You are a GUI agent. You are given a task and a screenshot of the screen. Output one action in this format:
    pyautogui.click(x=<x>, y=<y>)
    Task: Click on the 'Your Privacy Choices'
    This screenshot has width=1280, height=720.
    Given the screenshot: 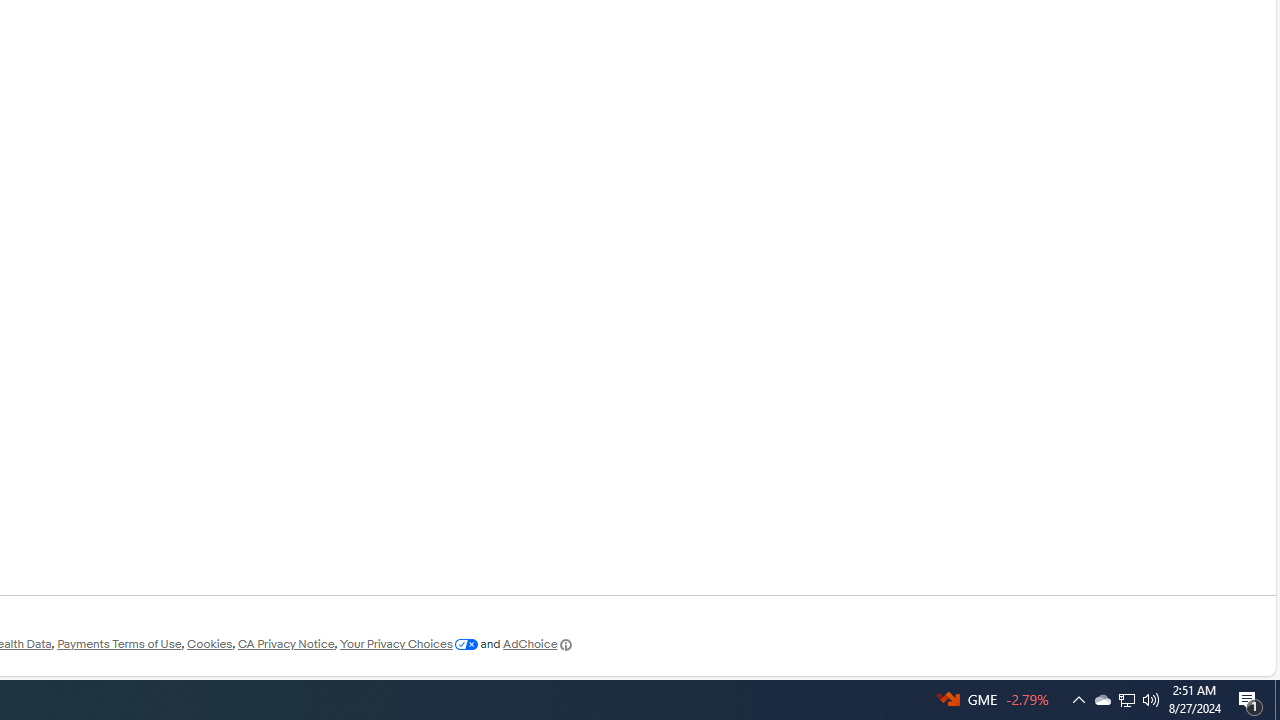 What is the action you would take?
    pyautogui.click(x=407, y=644)
    